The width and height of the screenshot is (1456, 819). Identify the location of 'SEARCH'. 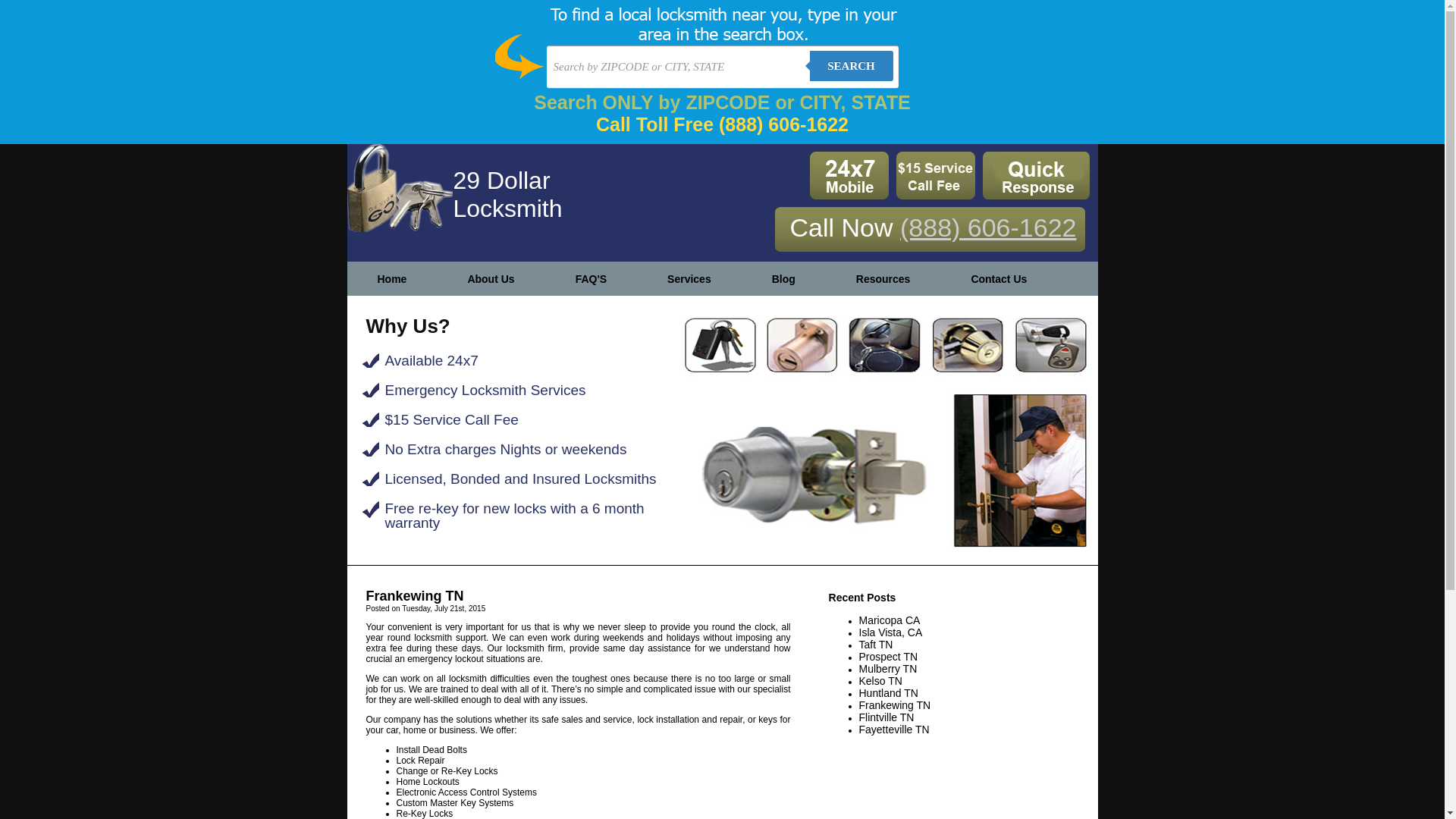
(852, 65).